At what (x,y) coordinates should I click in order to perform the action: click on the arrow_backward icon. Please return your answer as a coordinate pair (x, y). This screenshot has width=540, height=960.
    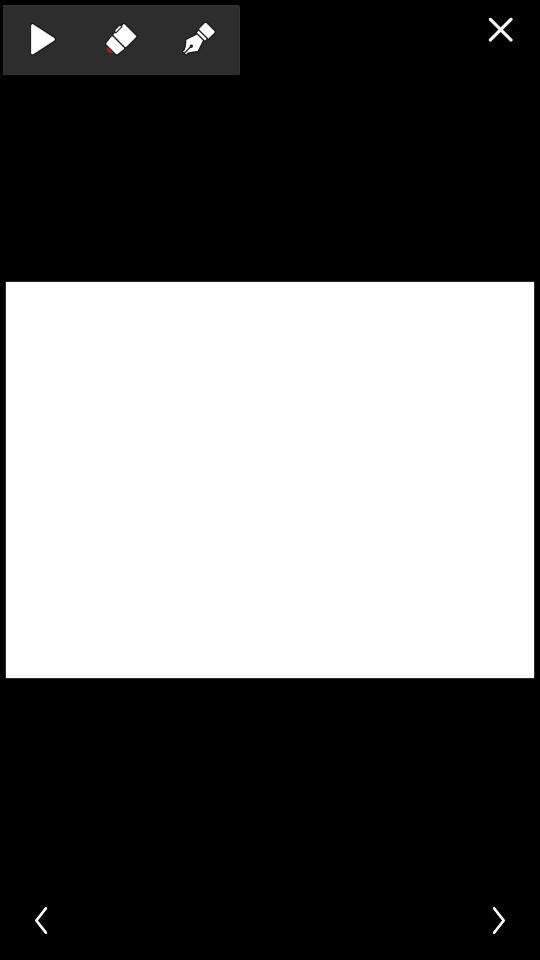
    Looking at the image, I should click on (39, 920).